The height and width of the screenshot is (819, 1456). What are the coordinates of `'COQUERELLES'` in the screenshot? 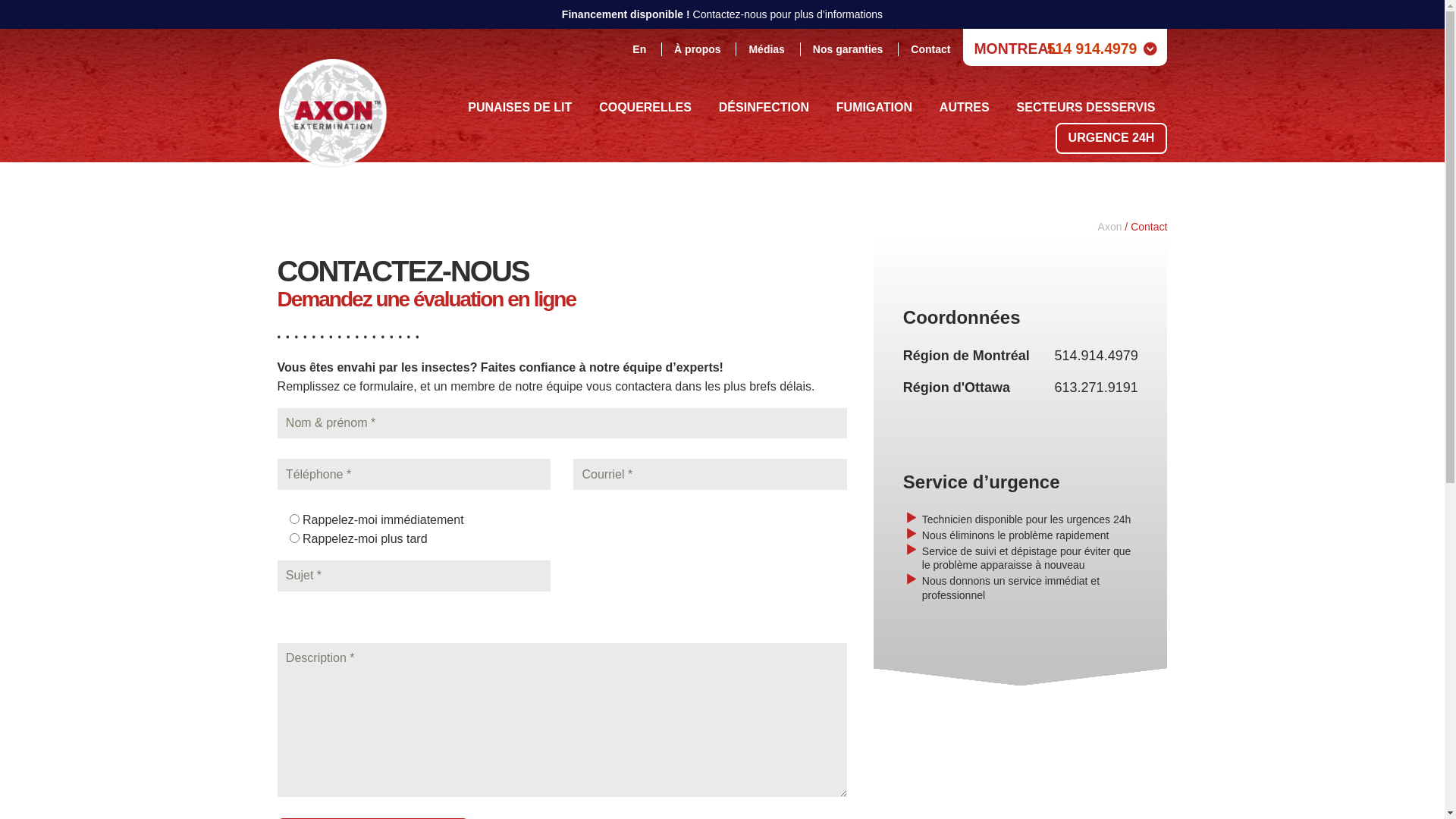 It's located at (645, 107).